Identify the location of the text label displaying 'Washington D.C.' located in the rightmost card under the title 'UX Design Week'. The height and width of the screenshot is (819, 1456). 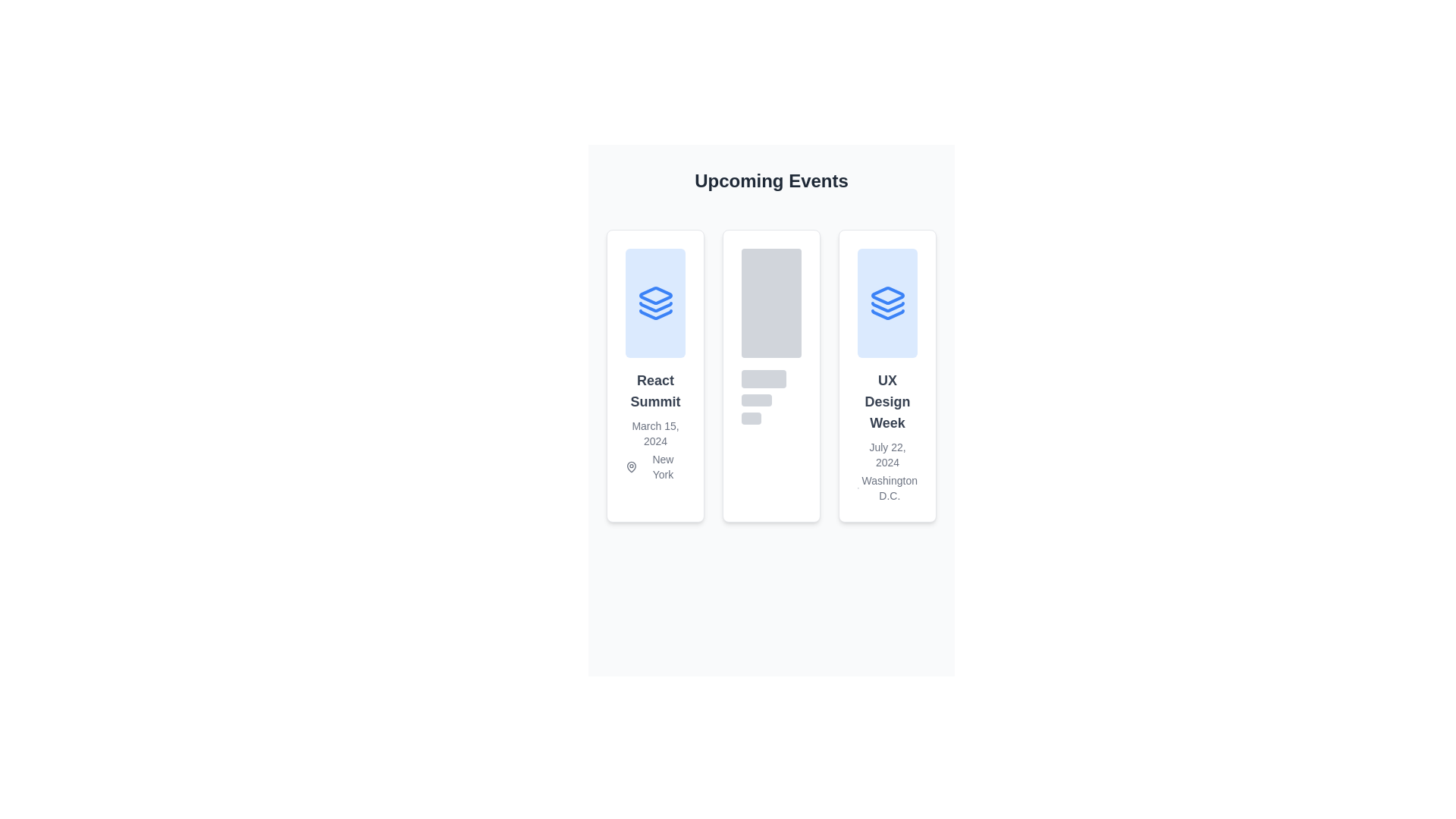
(887, 488).